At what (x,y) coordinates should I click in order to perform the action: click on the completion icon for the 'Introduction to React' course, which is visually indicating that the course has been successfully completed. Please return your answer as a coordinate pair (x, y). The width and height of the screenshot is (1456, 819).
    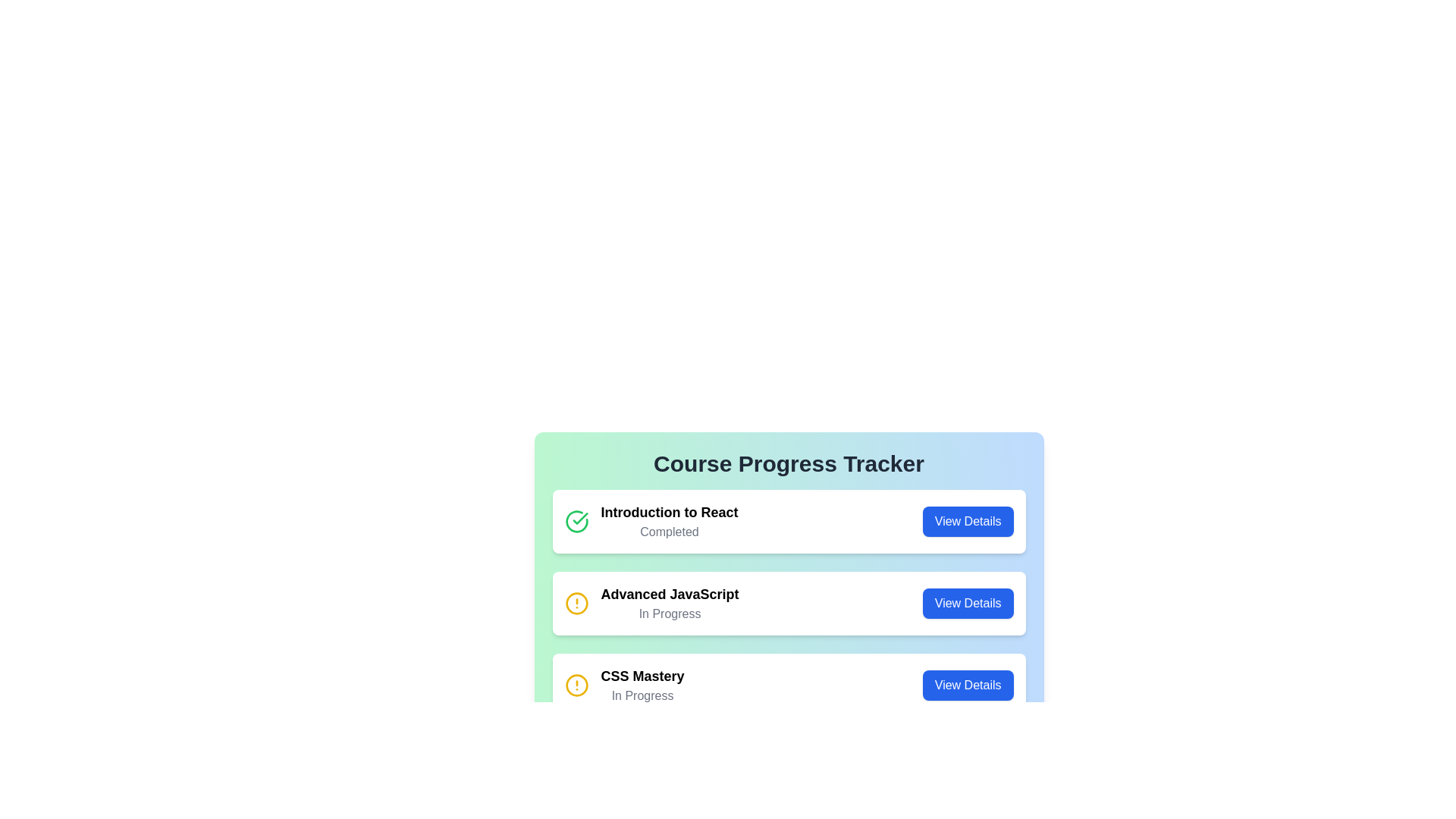
    Looking at the image, I should click on (579, 517).